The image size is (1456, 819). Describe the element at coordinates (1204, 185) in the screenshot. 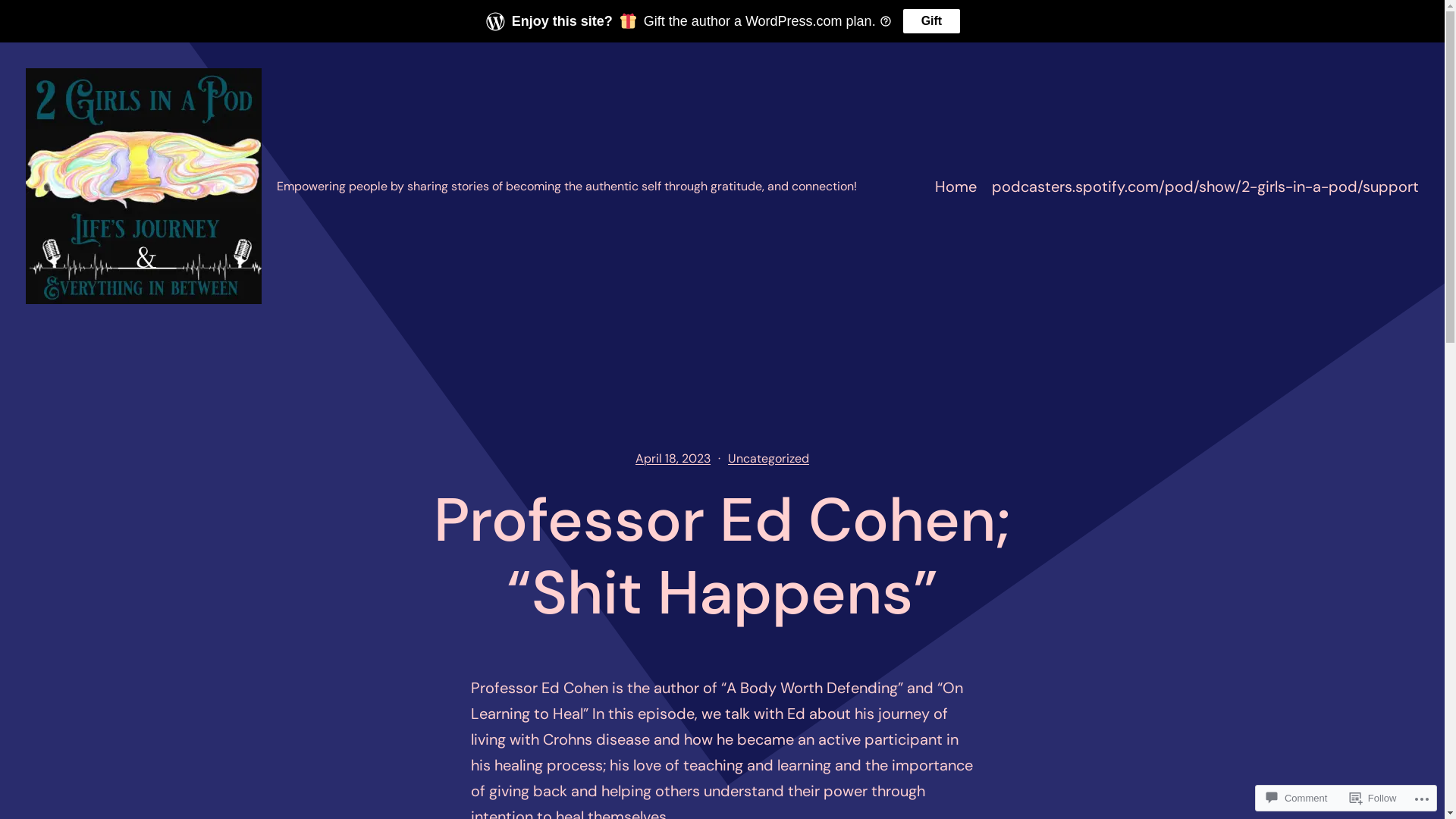

I see `'podcasters.spotify.com/pod/show/2-girls-in-a-pod/support'` at that location.